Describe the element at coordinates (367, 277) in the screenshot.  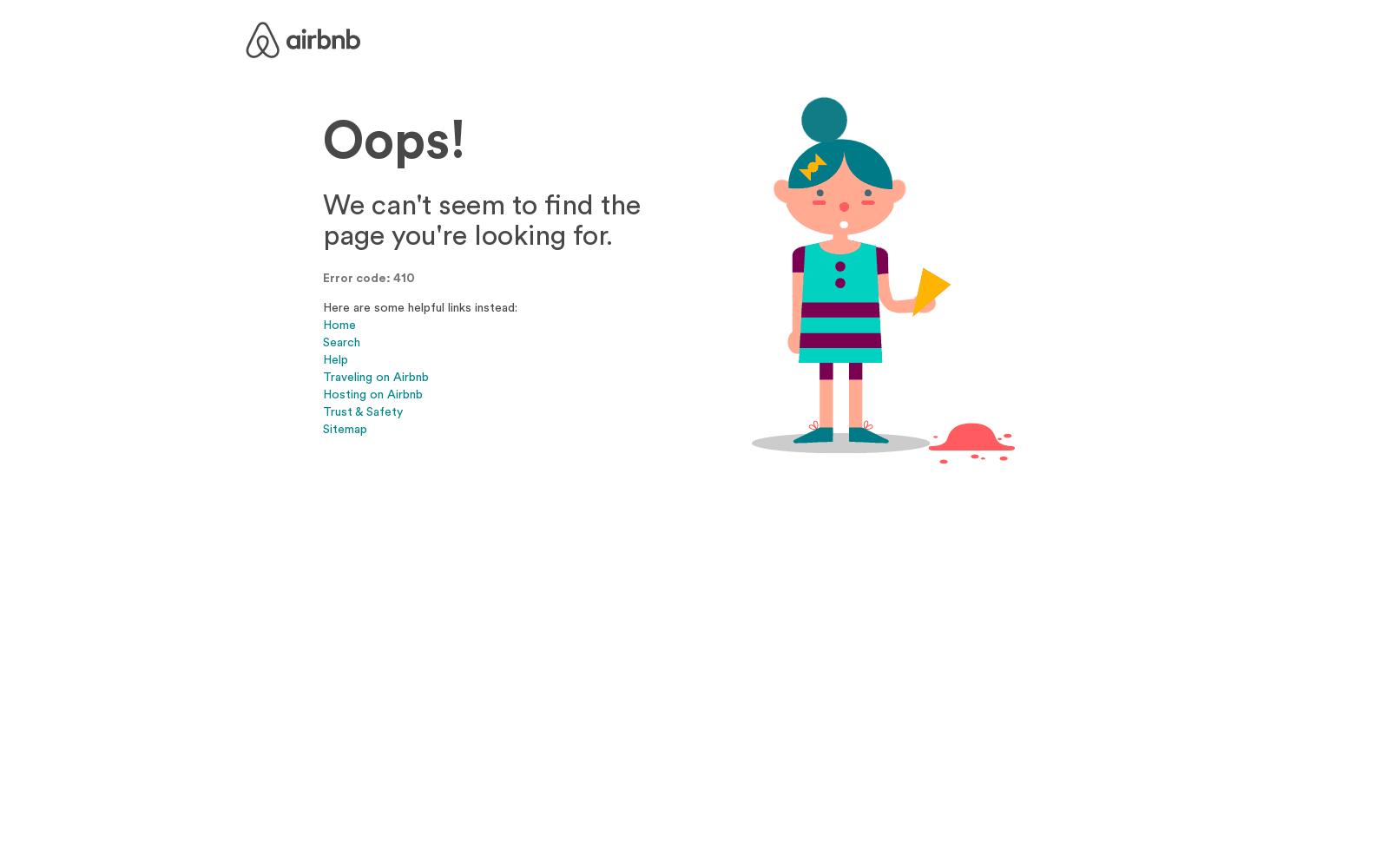
I see `'Error code: 410'` at that location.